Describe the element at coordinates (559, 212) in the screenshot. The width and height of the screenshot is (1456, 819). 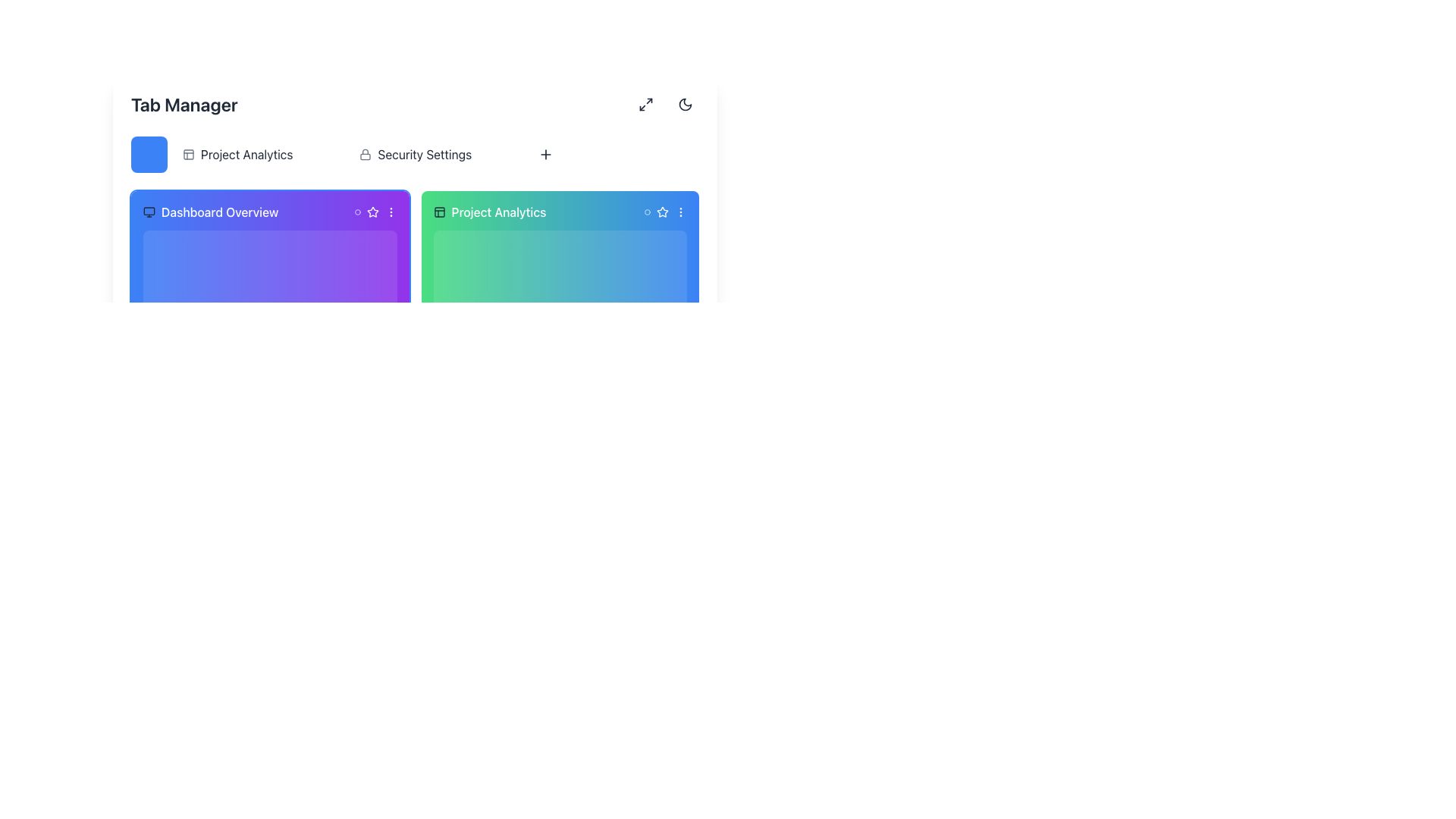
I see `the styling of the Header bar, which features a gradient background from green to blue and contains the text 'Project Analytics' in white color` at that location.